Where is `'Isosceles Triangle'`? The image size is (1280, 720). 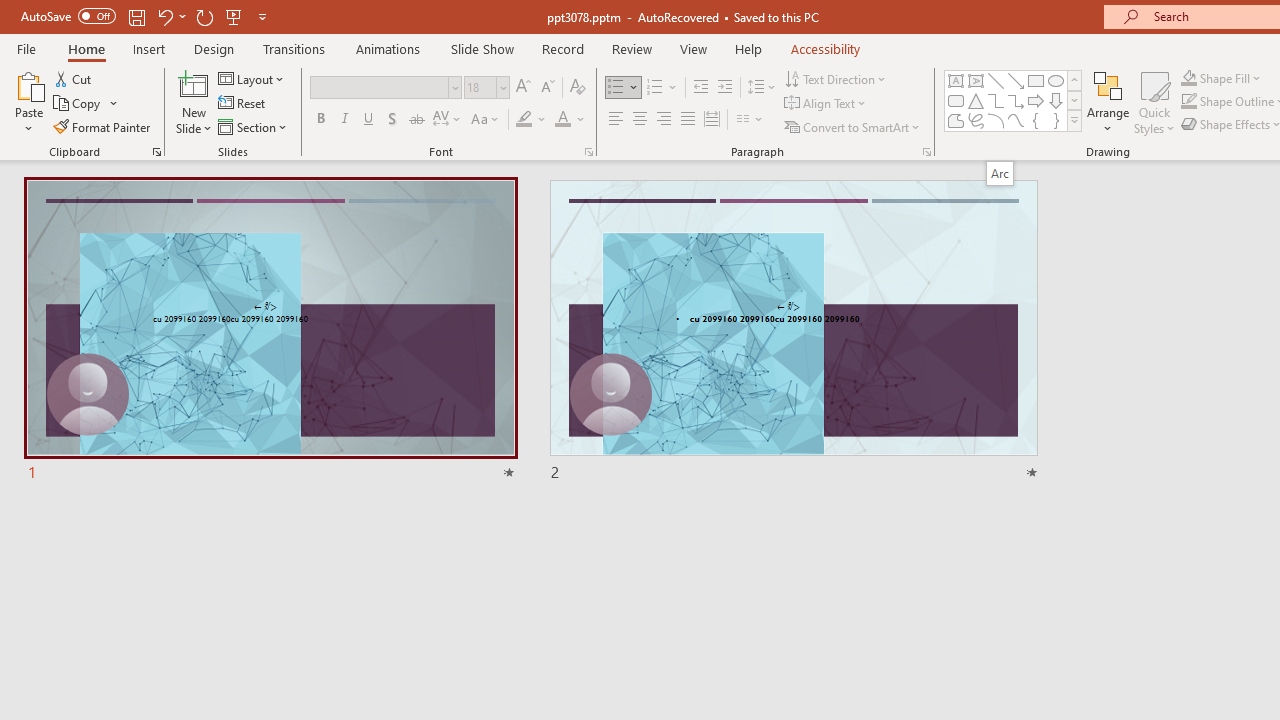
'Isosceles Triangle' is located at coordinates (976, 100).